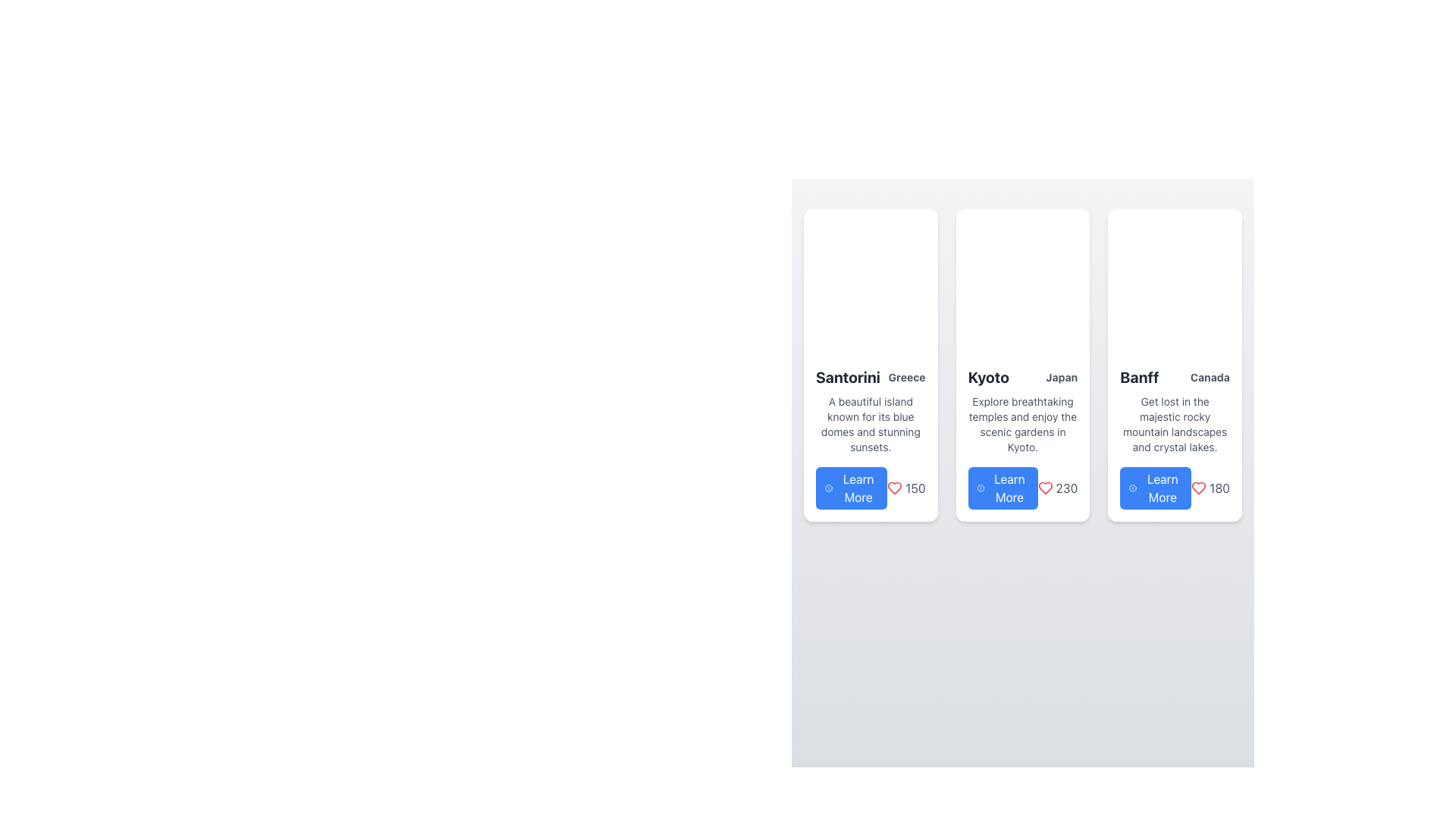 This screenshot has height=819, width=1456. What do you see at coordinates (1022, 438) in the screenshot?
I see `the 'Learn More' button in the Kyoto card to trigger hover effects` at bounding box center [1022, 438].